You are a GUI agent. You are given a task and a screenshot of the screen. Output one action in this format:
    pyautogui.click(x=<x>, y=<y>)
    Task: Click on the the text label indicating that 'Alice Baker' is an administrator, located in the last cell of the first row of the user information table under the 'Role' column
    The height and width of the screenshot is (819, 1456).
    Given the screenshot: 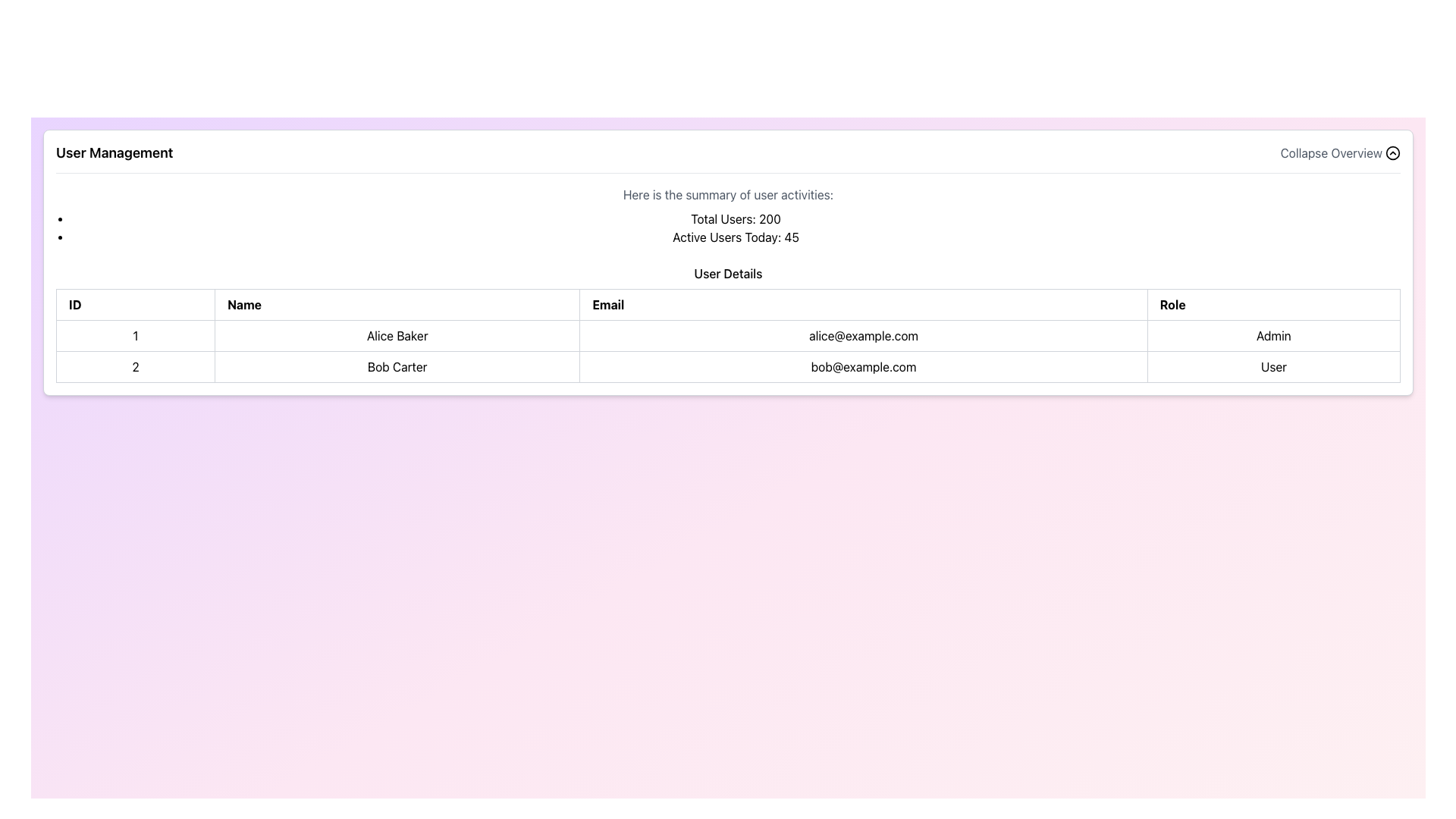 What is the action you would take?
    pyautogui.click(x=1273, y=335)
    